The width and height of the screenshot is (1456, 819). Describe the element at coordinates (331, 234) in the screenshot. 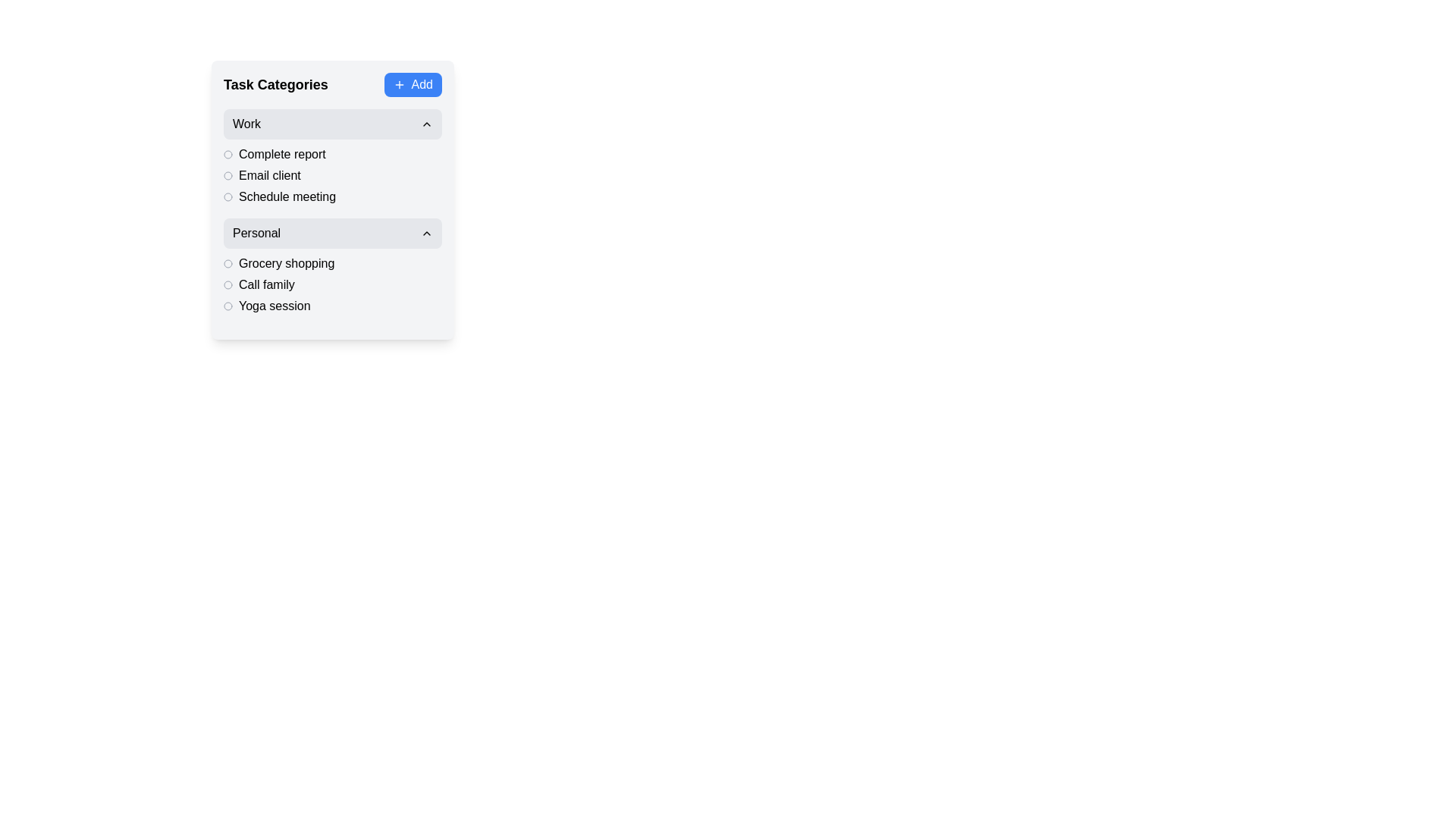

I see `the button` at that location.